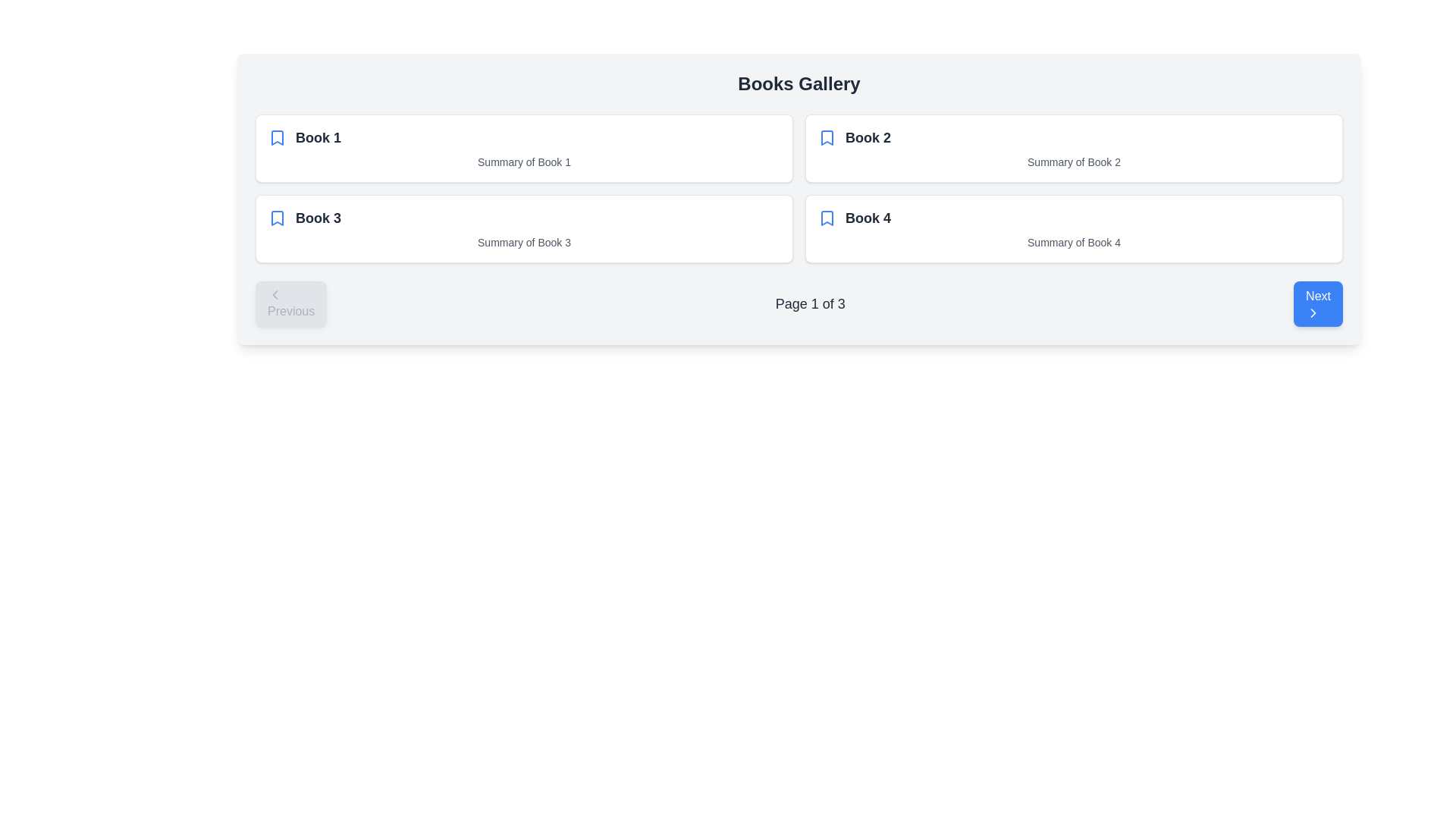  Describe the element at coordinates (277, 218) in the screenshot. I see `the bookmark icon located next to the text of 'Book 3' in the left column of the grid layout` at that location.